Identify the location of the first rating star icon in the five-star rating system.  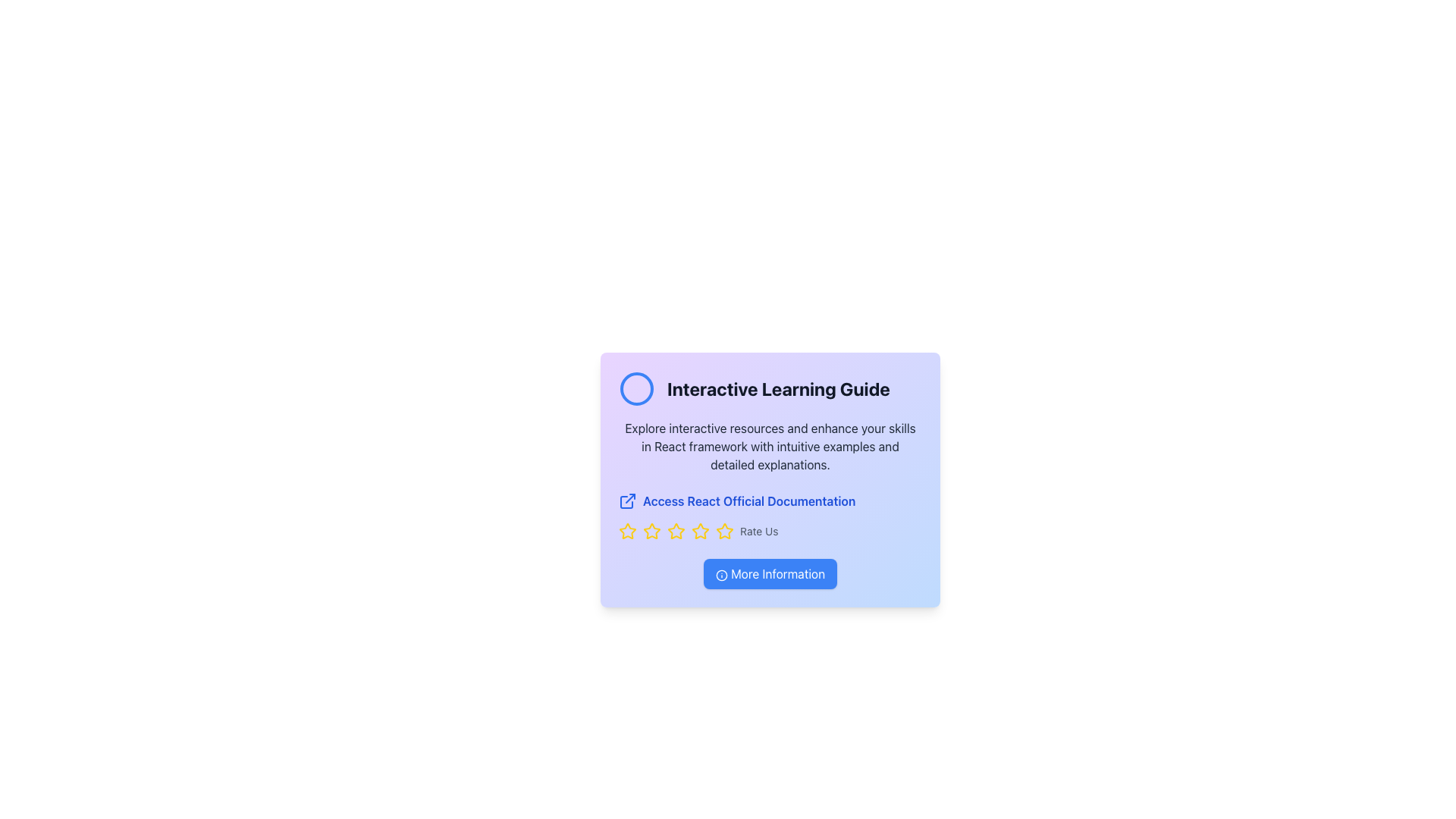
(628, 530).